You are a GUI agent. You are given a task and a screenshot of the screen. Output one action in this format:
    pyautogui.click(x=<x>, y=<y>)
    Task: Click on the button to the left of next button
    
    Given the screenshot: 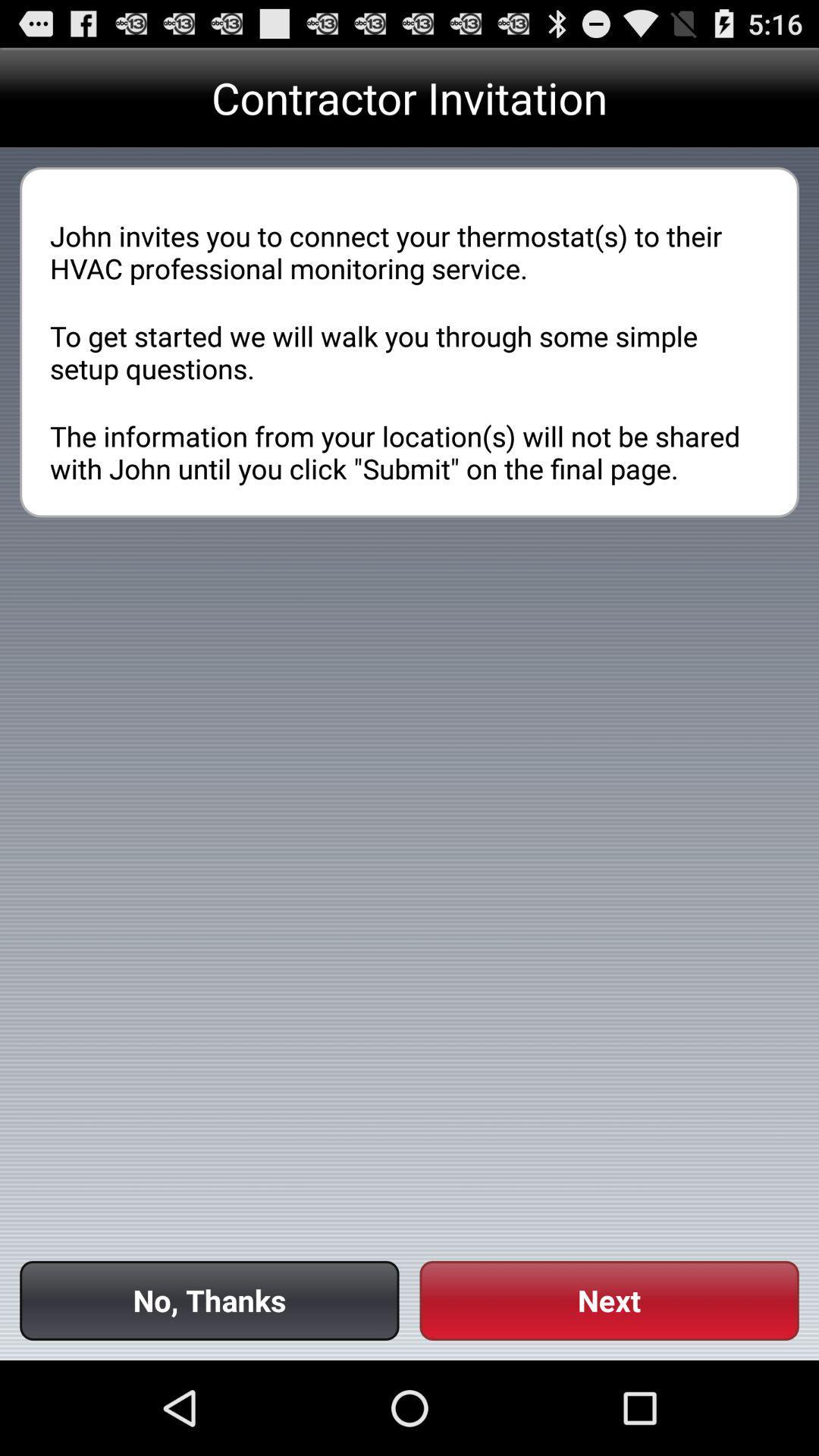 What is the action you would take?
    pyautogui.click(x=209, y=1300)
    